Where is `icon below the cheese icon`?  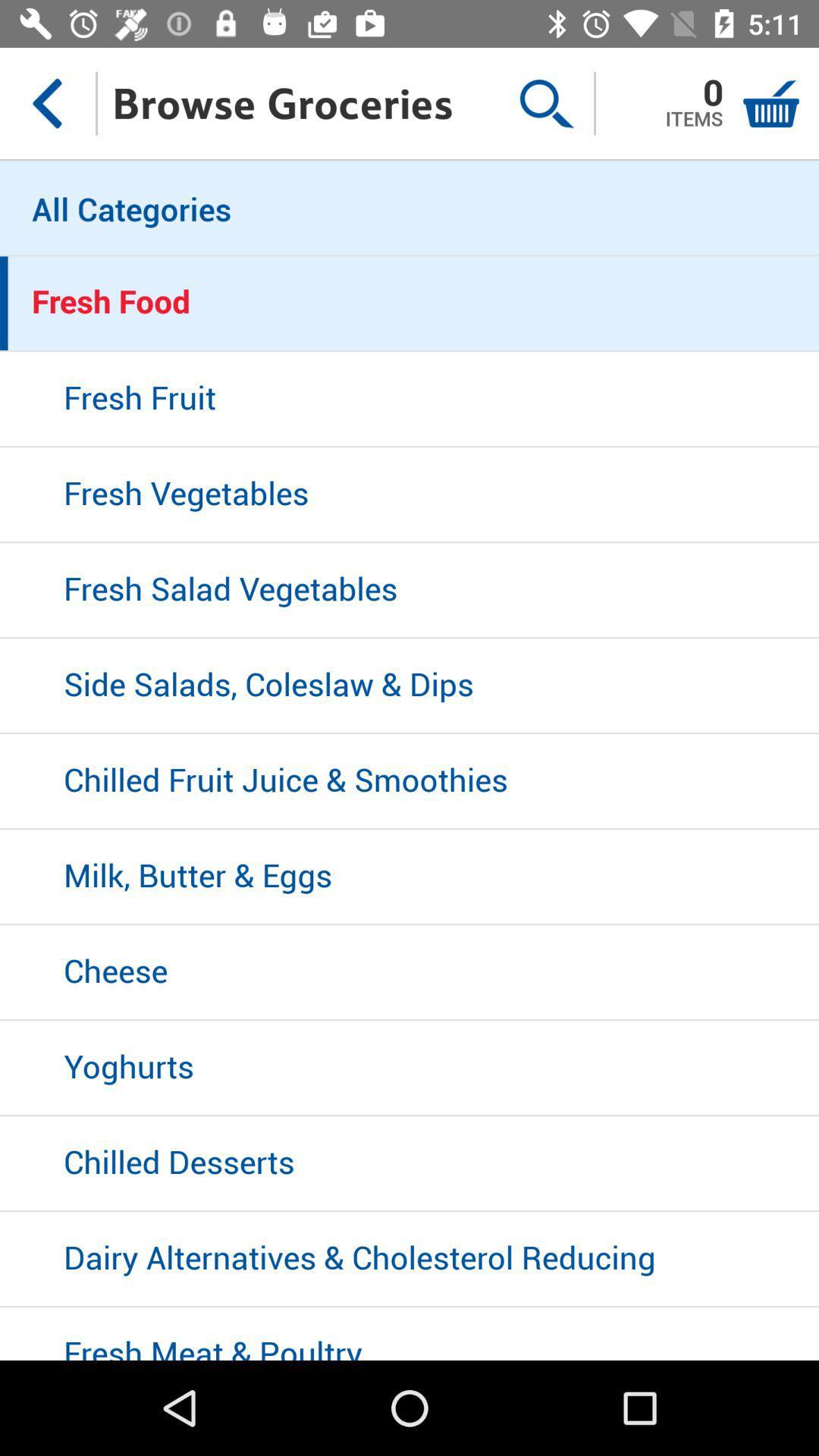 icon below the cheese icon is located at coordinates (409, 1068).